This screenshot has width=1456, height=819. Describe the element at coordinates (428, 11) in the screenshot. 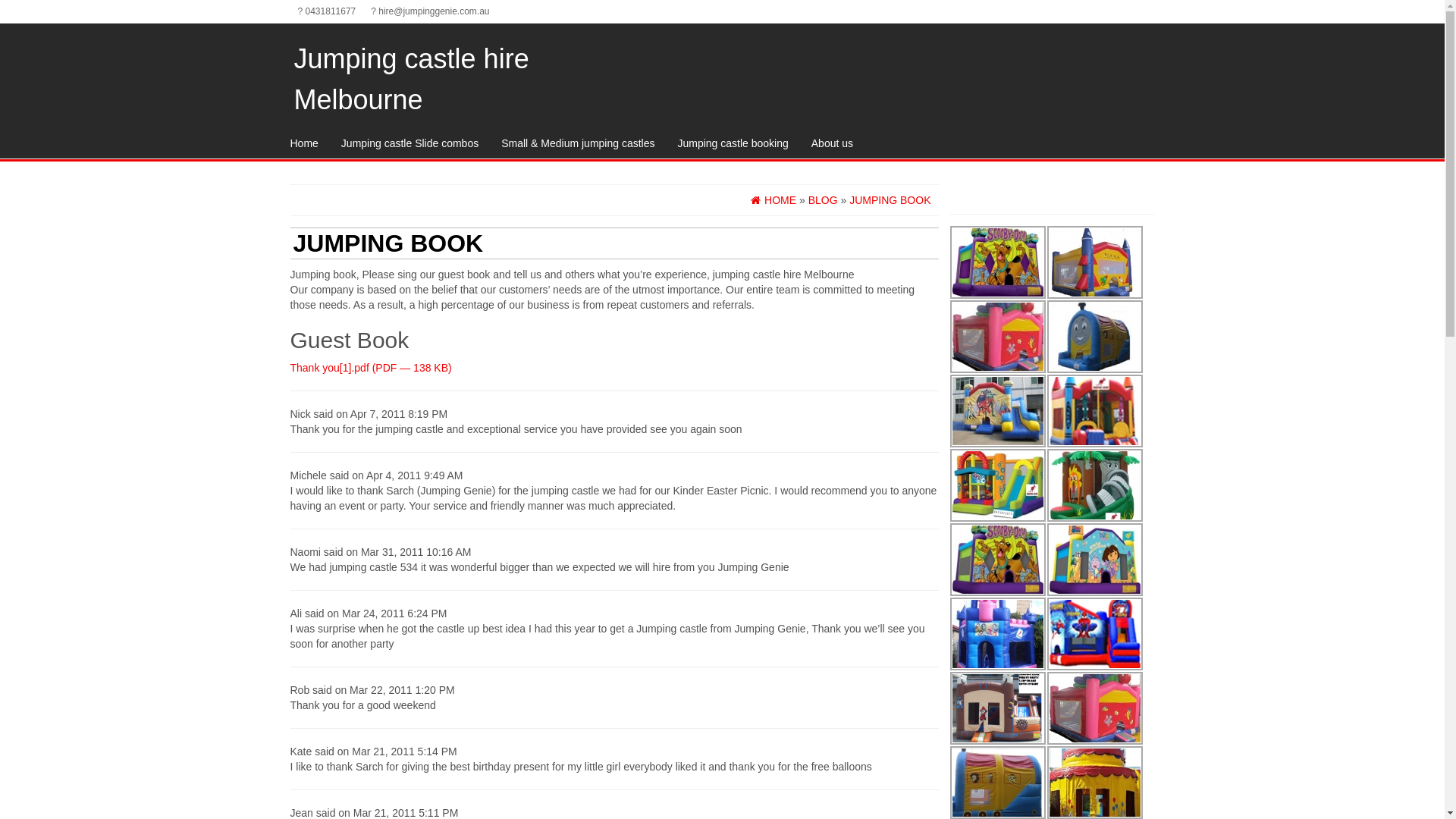

I see `'? hire@jumpinggenie.com.au'` at that location.